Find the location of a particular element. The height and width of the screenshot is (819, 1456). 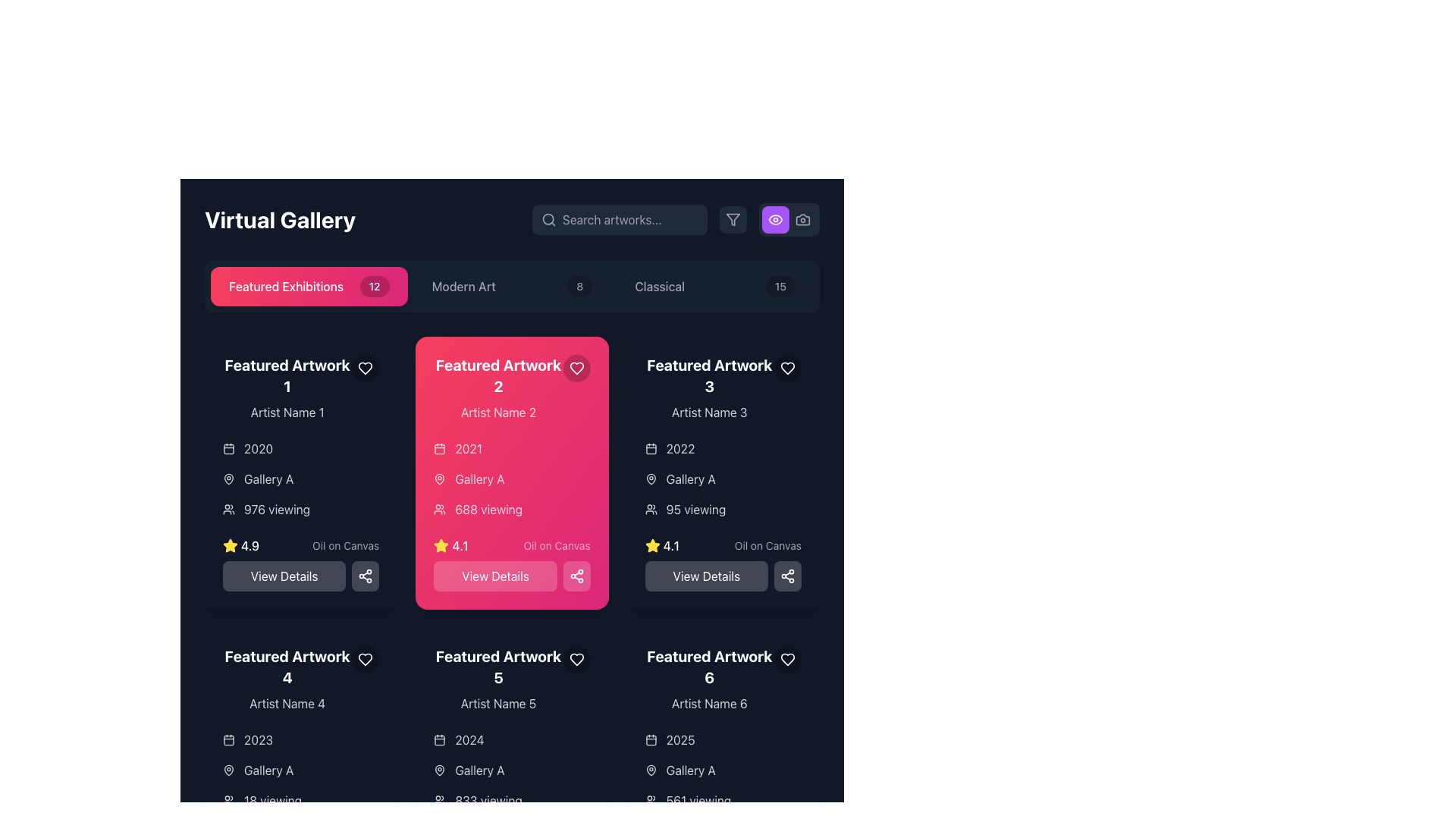

text from the 'Gallery A' text label, which is displayed in white on a dark background and positioned to the right of a map pin icon in the 'Featured Artwork 5' section is located at coordinates (479, 770).